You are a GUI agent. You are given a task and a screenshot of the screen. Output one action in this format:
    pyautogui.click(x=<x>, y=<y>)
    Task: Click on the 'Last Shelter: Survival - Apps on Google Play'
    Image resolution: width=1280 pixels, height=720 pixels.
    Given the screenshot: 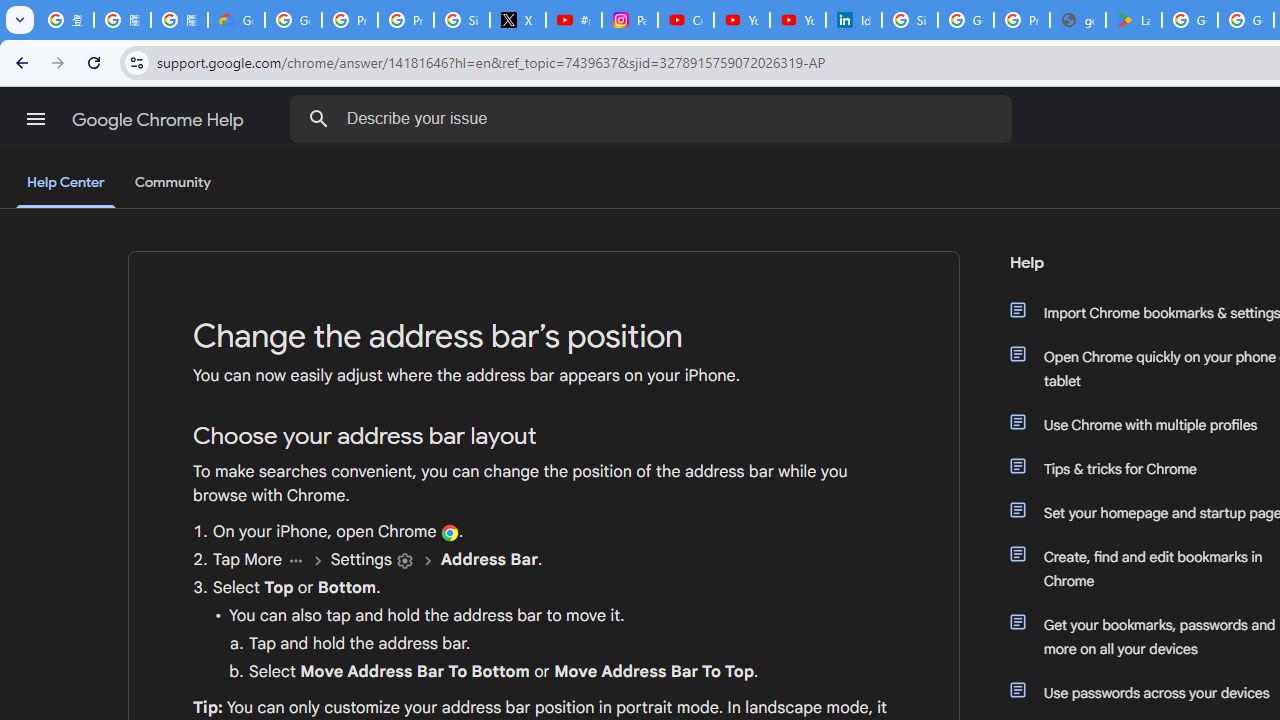 What is the action you would take?
    pyautogui.click(x=1134, y=20)
    